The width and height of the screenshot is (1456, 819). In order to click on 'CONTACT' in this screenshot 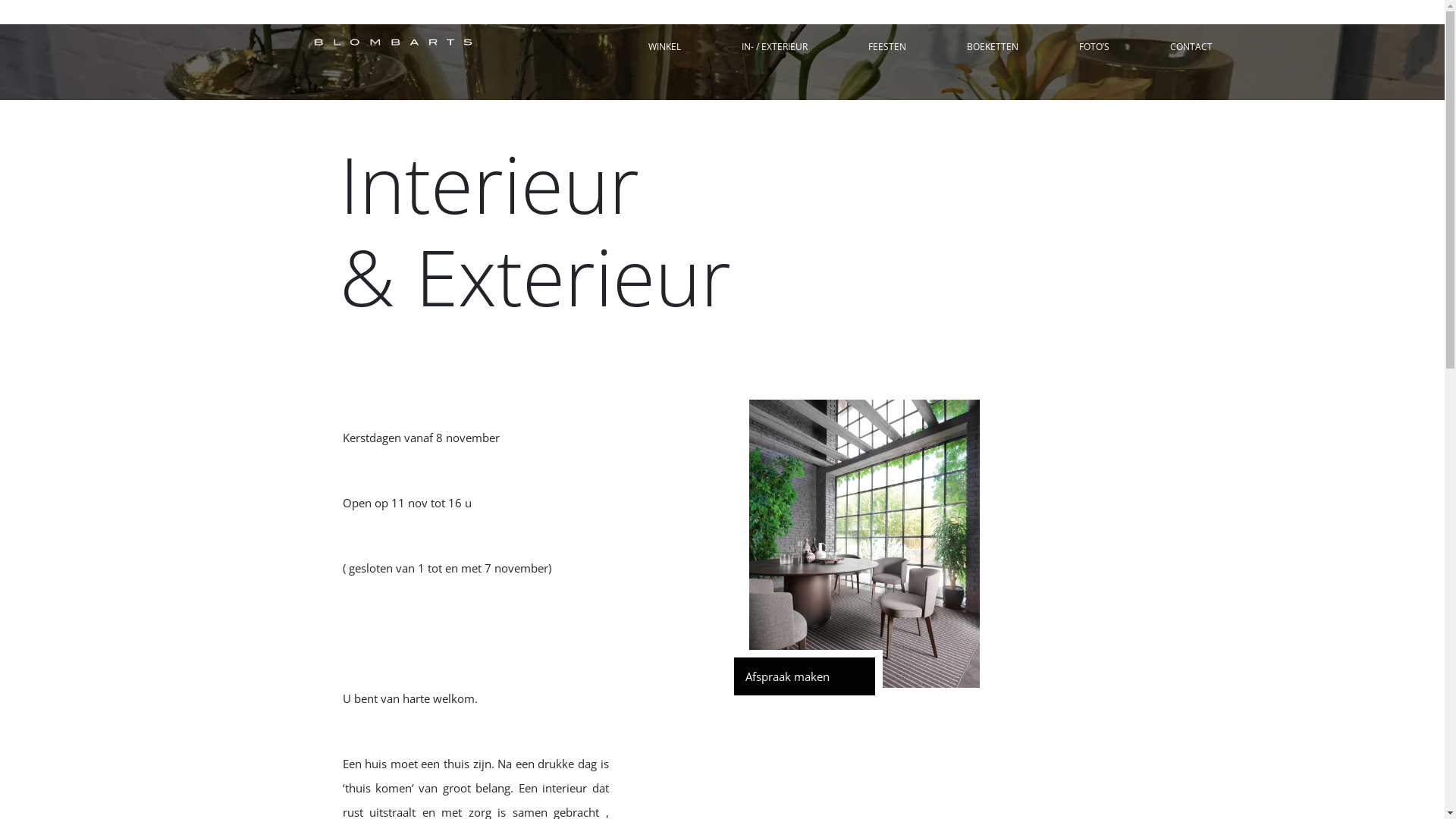, I will do `click(1189, 45)`.